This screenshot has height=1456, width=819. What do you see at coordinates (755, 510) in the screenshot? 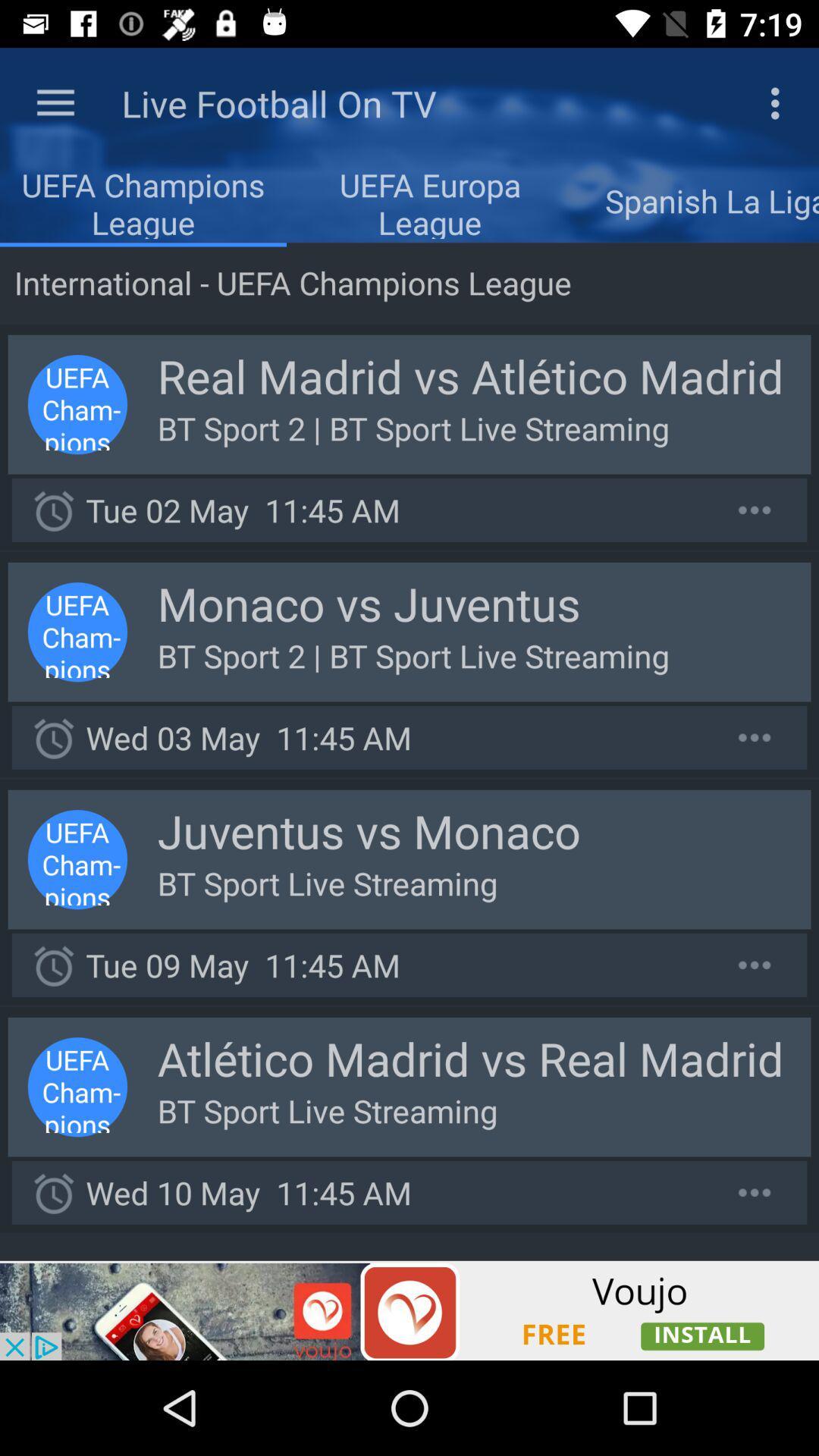
I see `more information` at bounding box center [755, 510].